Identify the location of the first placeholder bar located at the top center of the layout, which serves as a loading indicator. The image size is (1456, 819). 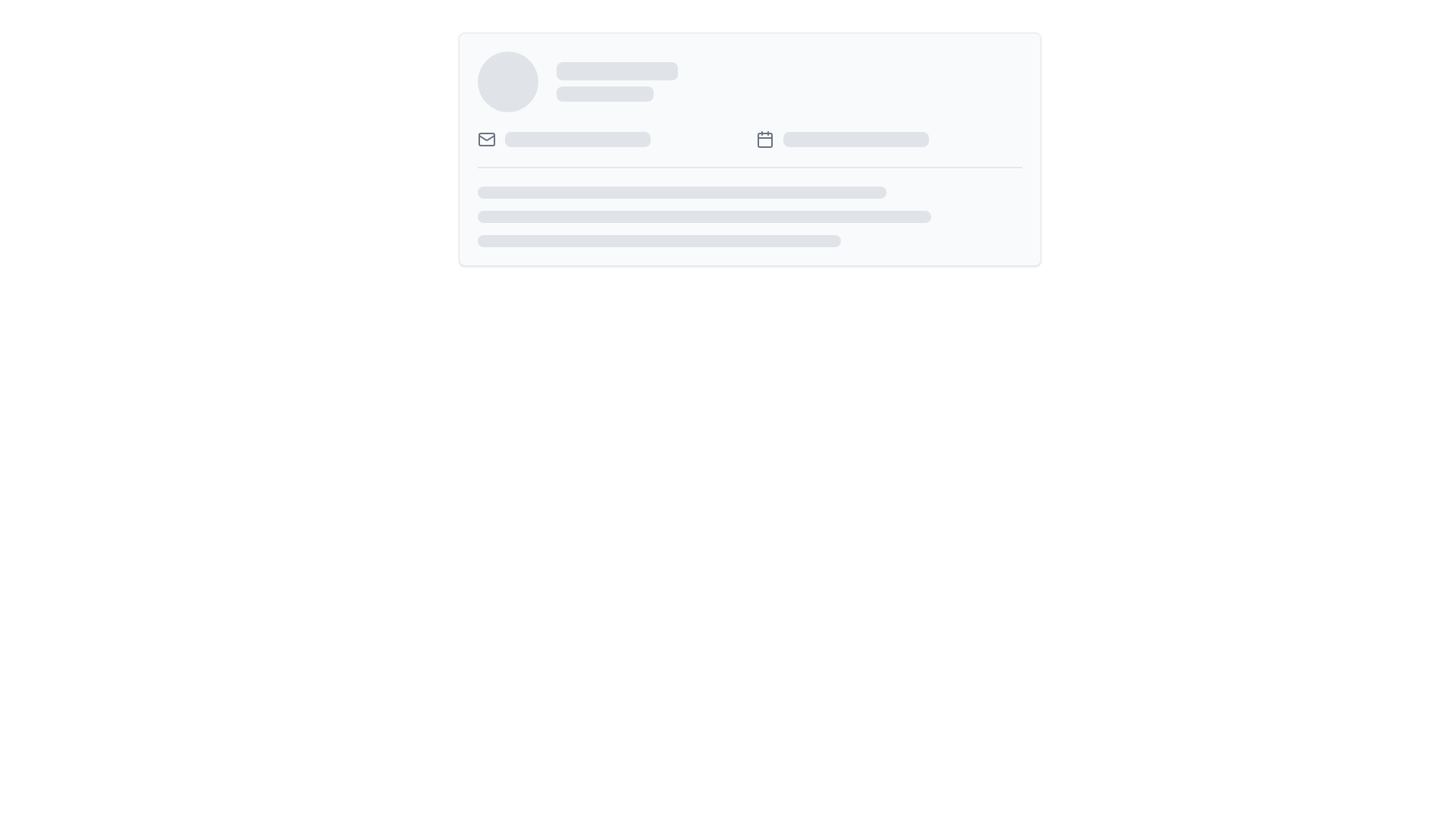
(617, 71).